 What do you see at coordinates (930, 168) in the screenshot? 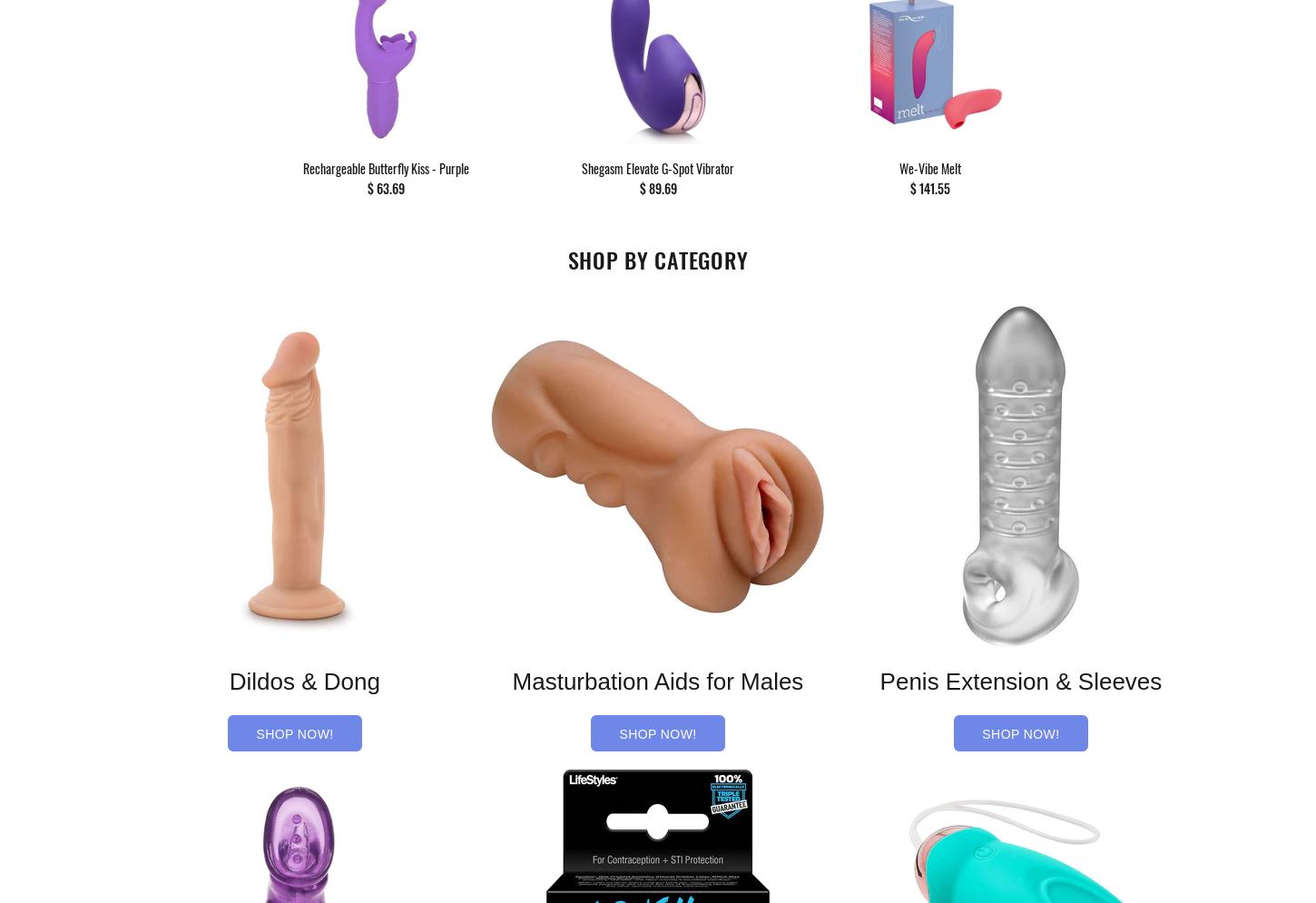
I see `'We-Vibe Melt'` at bounding box center [930, 168].